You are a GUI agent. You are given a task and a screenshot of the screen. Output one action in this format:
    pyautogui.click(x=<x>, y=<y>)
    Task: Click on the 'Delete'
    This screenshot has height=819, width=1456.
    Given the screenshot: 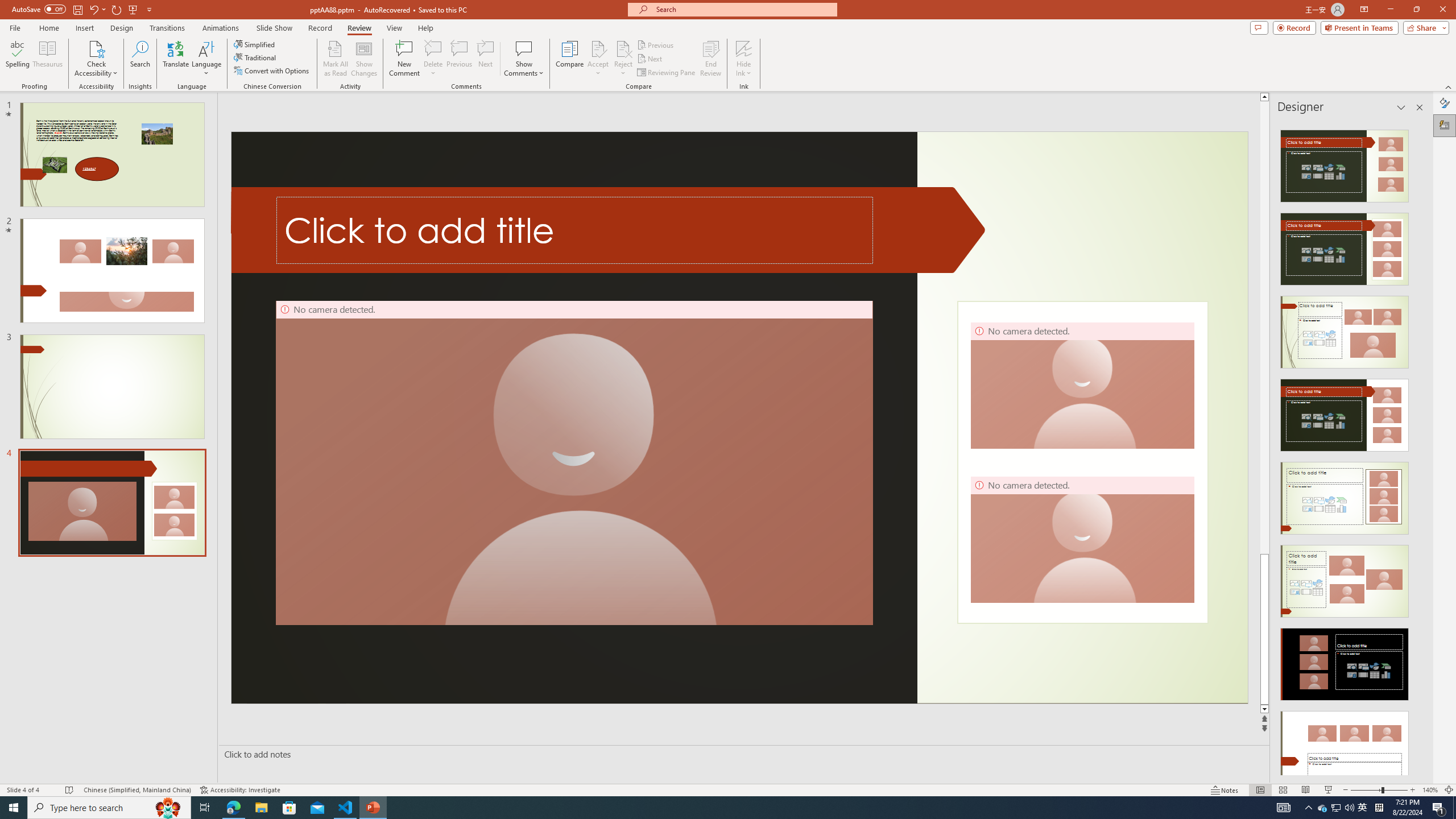 What is the action you would take?
    pyautogui.click(x=433, y=59)
    